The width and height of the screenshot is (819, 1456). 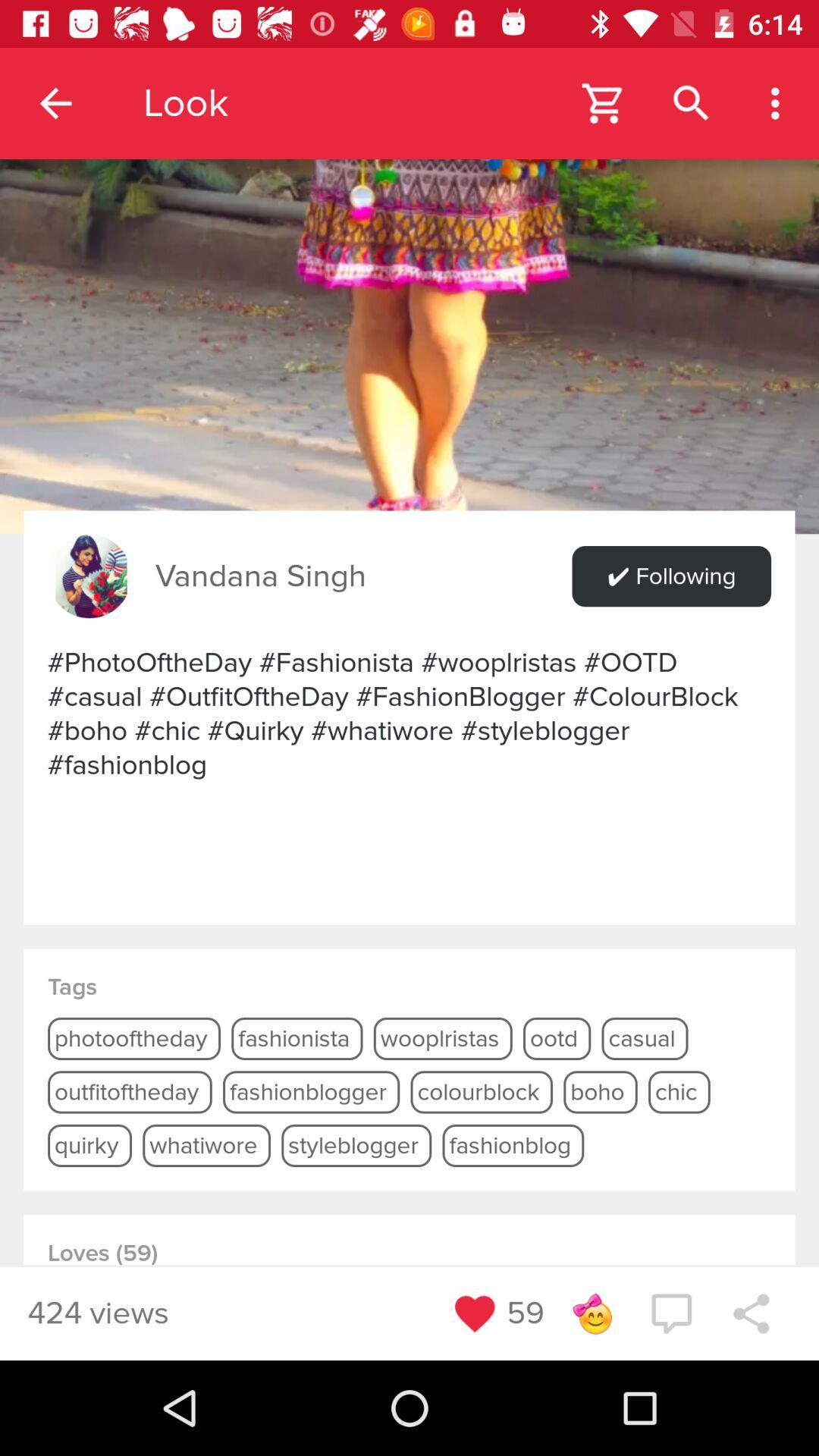 What do you see at coordinates (751, 1313) in the screenshot?
I see `share the post` at bounding box center [751, 1313].